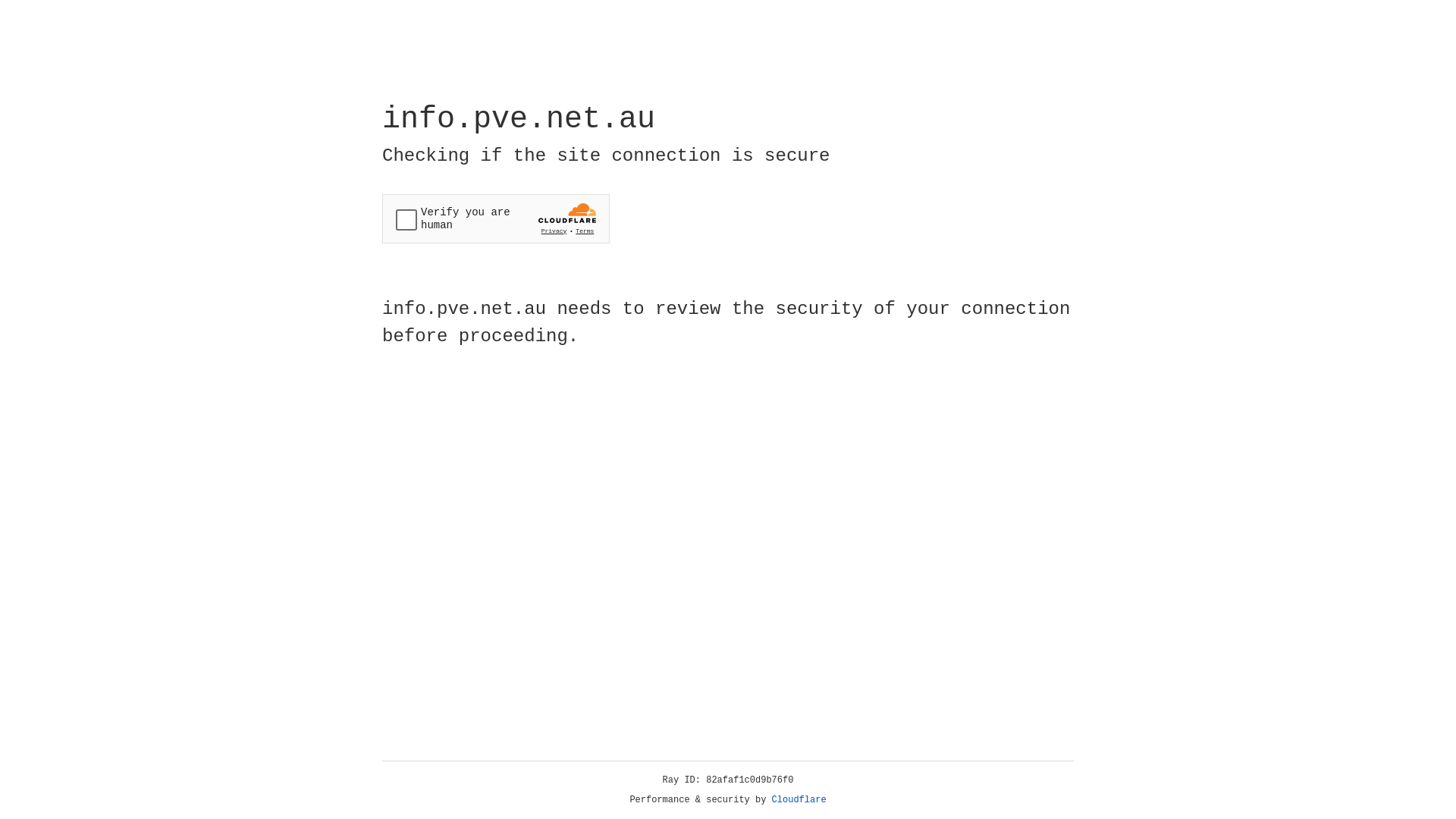 This screenshot has height=819, width=1456. Describe the element at coordinates (495, 218) in the screenshot. I see `'Widget containing a Cloudflare security challenge'` at that location.